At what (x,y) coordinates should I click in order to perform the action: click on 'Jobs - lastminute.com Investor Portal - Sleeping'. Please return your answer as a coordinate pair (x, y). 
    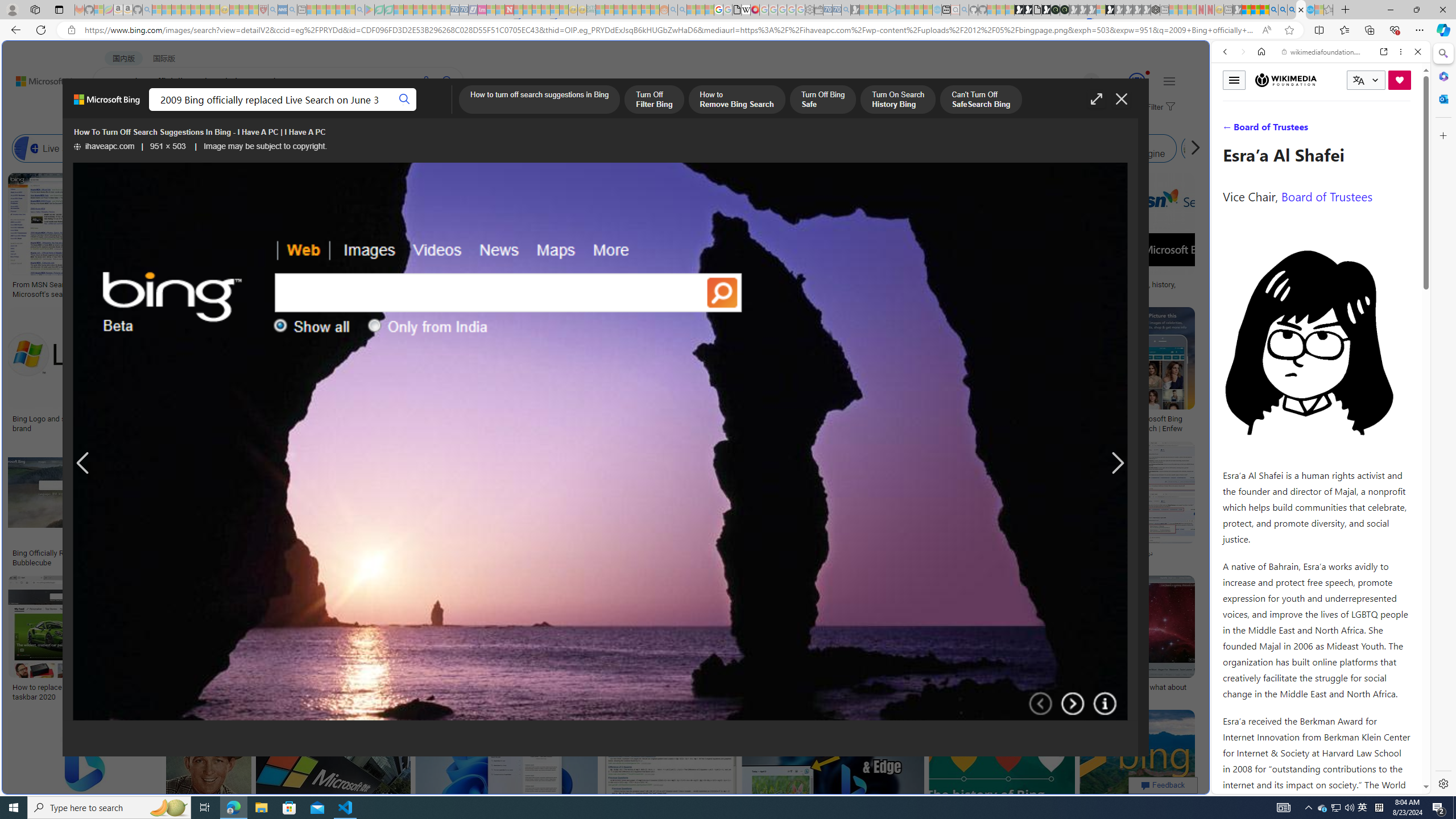
    Looking at the image, I should click on (482, 9).